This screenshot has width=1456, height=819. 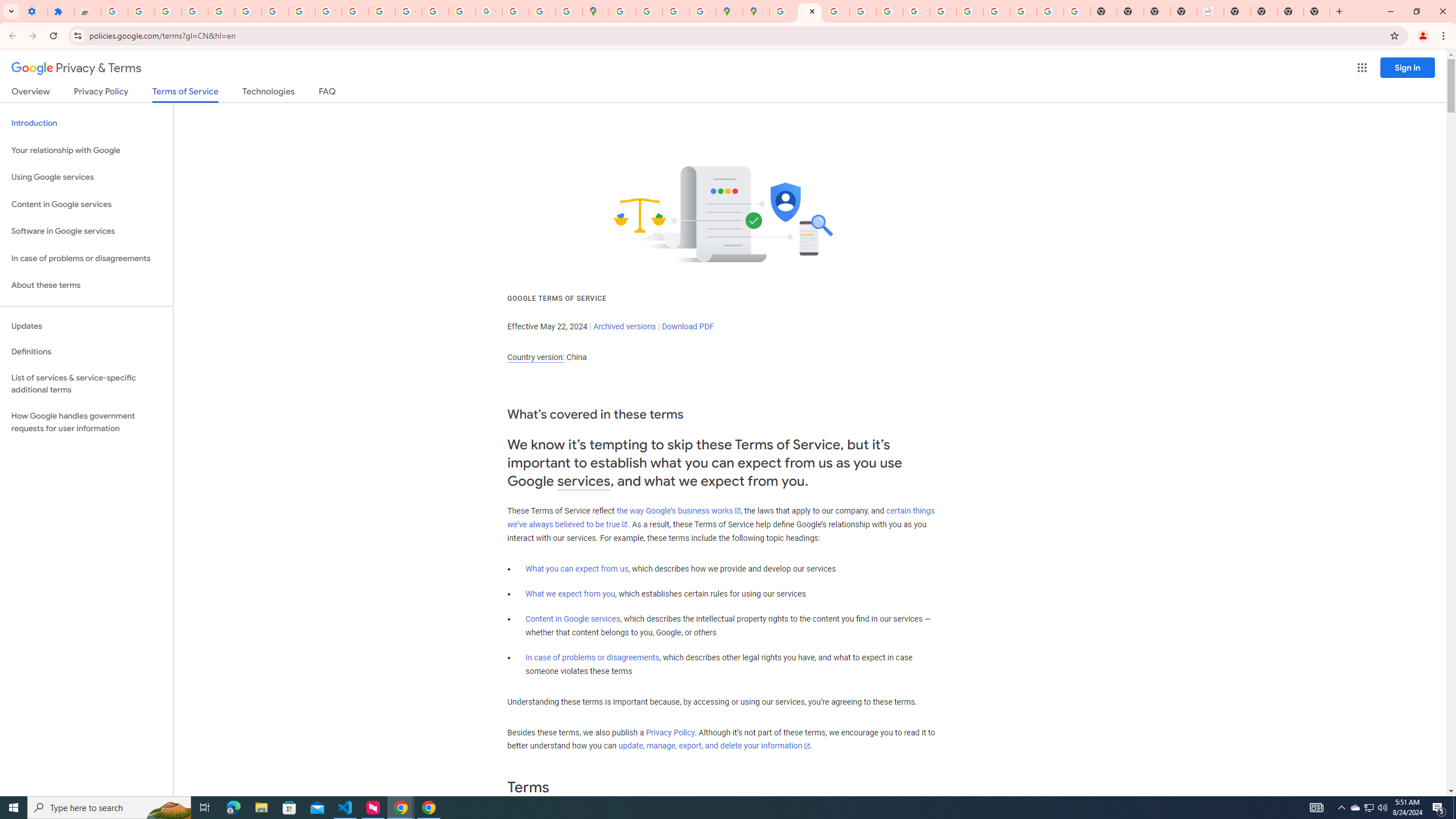 I want to click on 'Definitions', so click(x=86, y=351).